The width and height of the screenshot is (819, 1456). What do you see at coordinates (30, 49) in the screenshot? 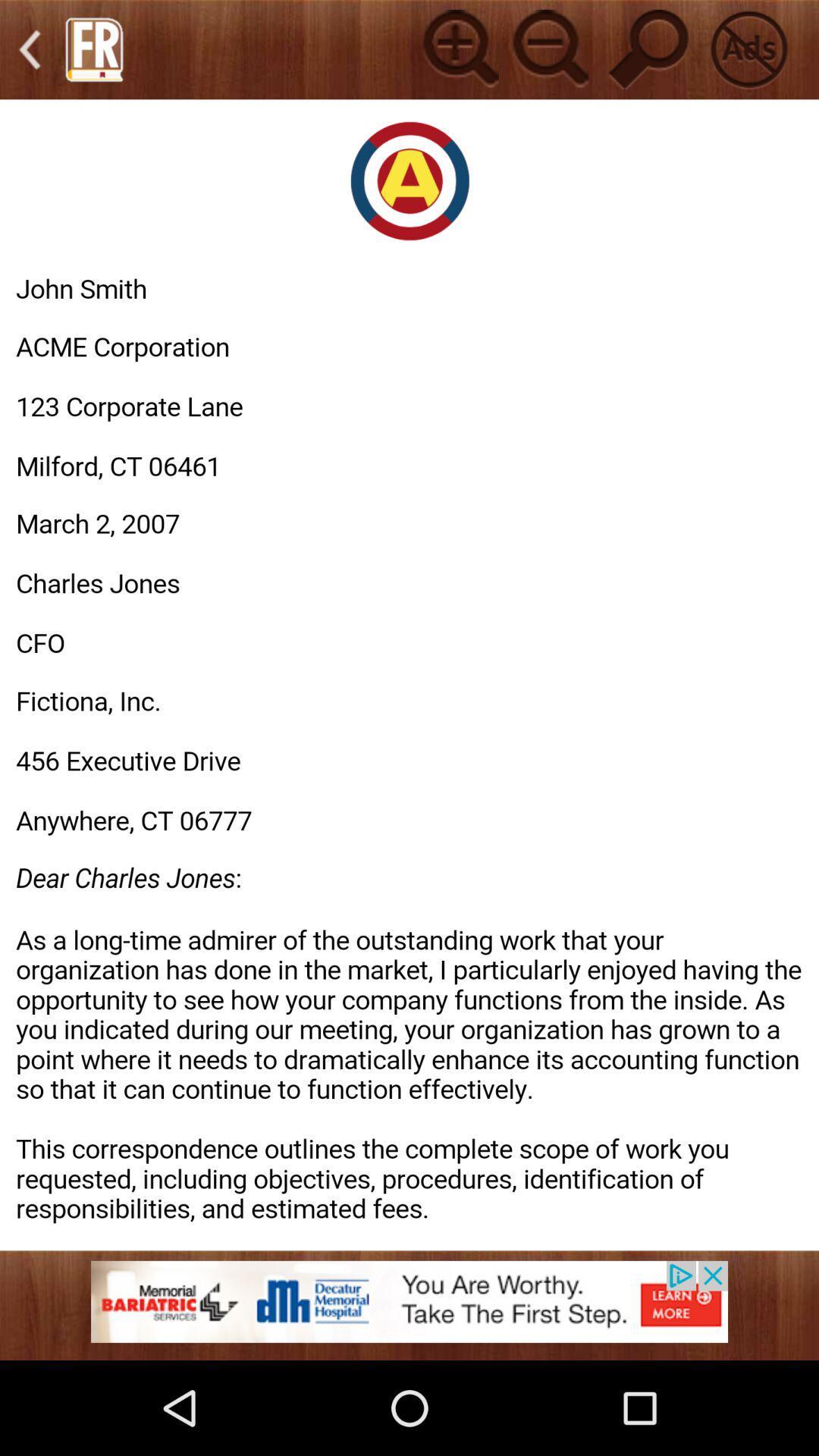
I see `go back` at bounding box center [30, 49].